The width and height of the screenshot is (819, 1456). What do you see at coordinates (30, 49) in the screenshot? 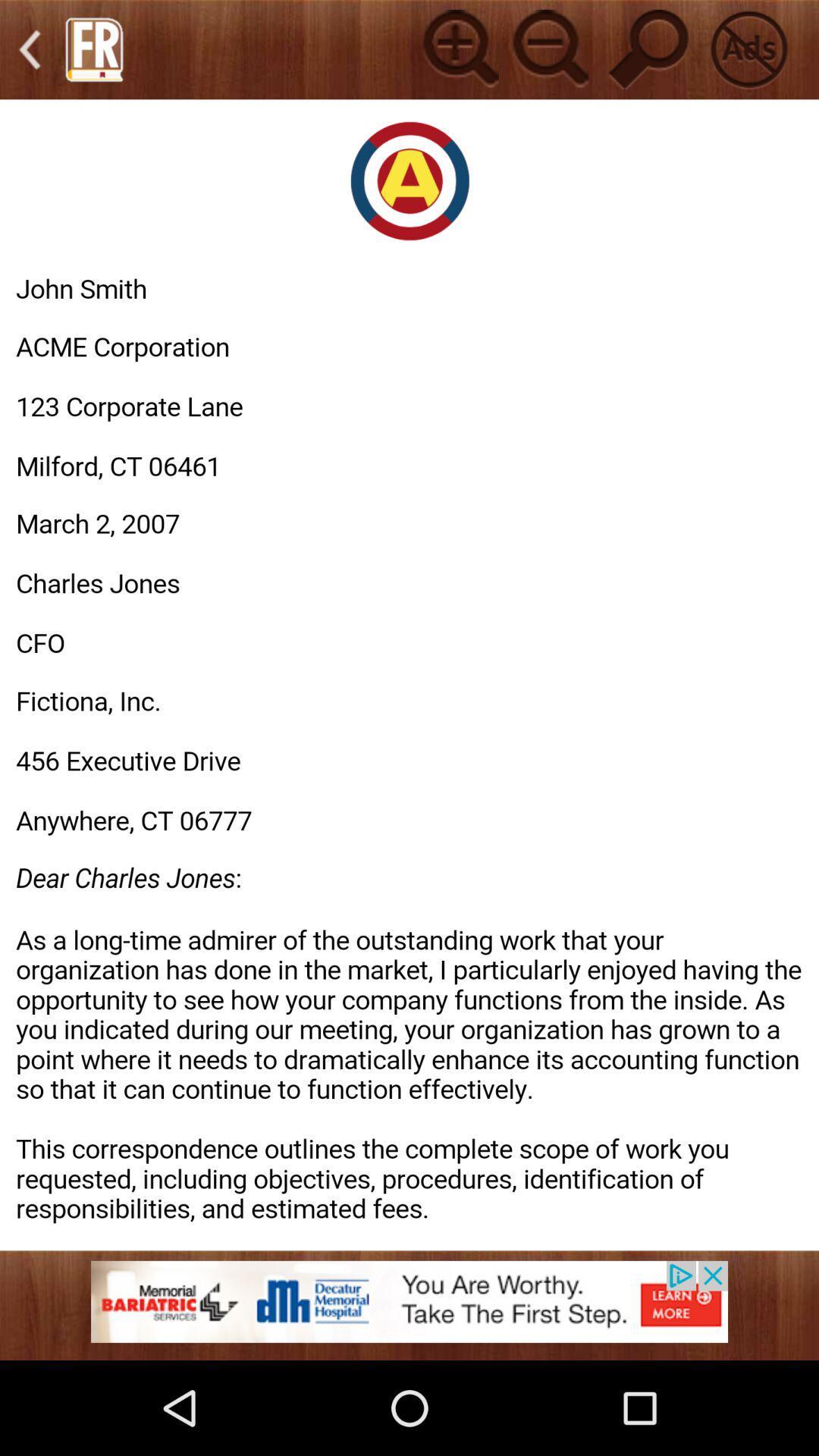
I see `go back` at bounding box center [30, 49].